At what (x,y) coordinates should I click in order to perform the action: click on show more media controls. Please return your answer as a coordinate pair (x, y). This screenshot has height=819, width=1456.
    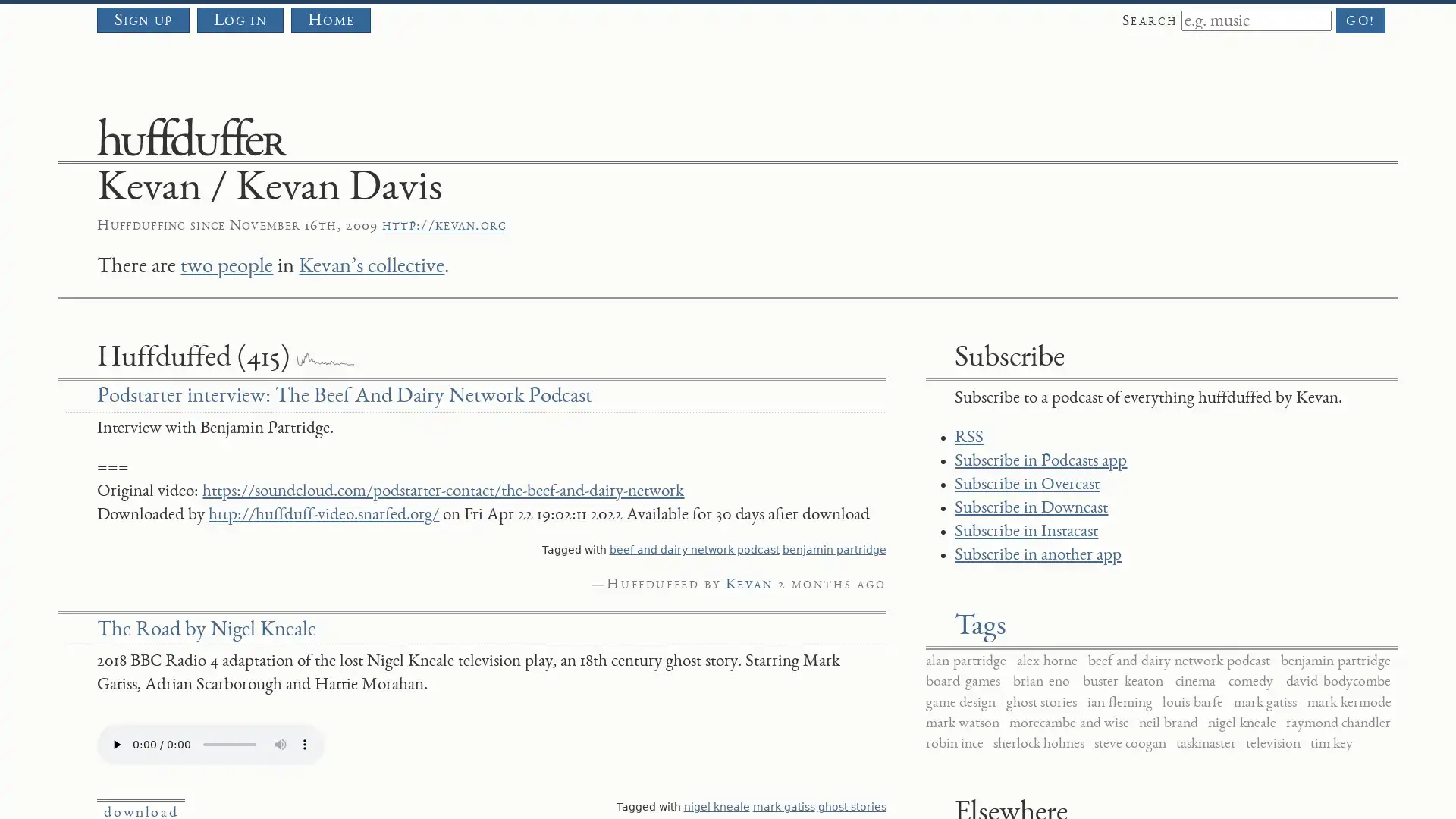
    Looking at the image, I should click on (304, 742).